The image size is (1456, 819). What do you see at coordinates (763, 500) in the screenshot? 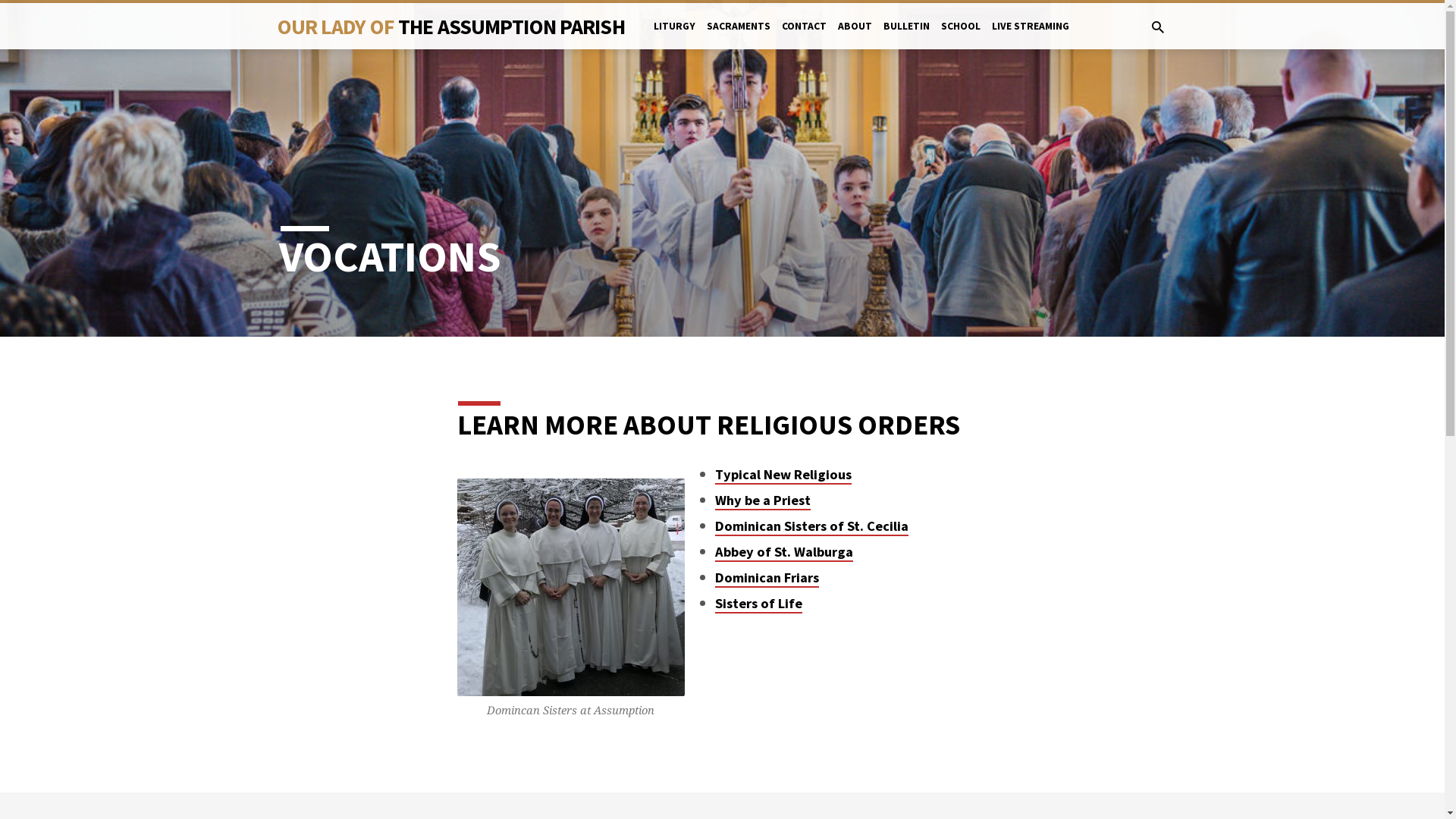
I see `'Why be a Priest'` at bounding box center [763, 500].